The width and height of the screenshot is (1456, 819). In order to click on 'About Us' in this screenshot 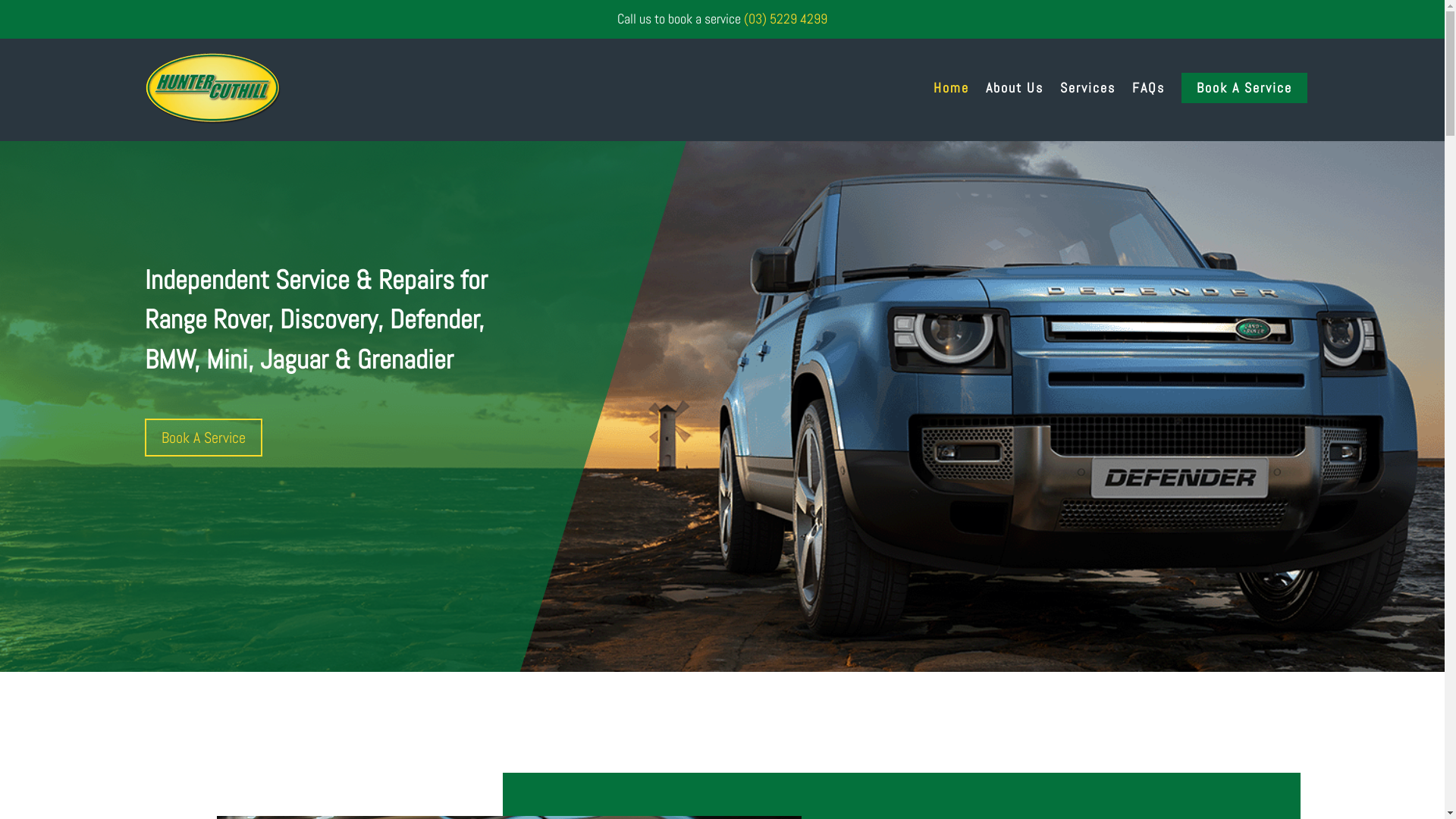, I will do `click(986, 87)`.